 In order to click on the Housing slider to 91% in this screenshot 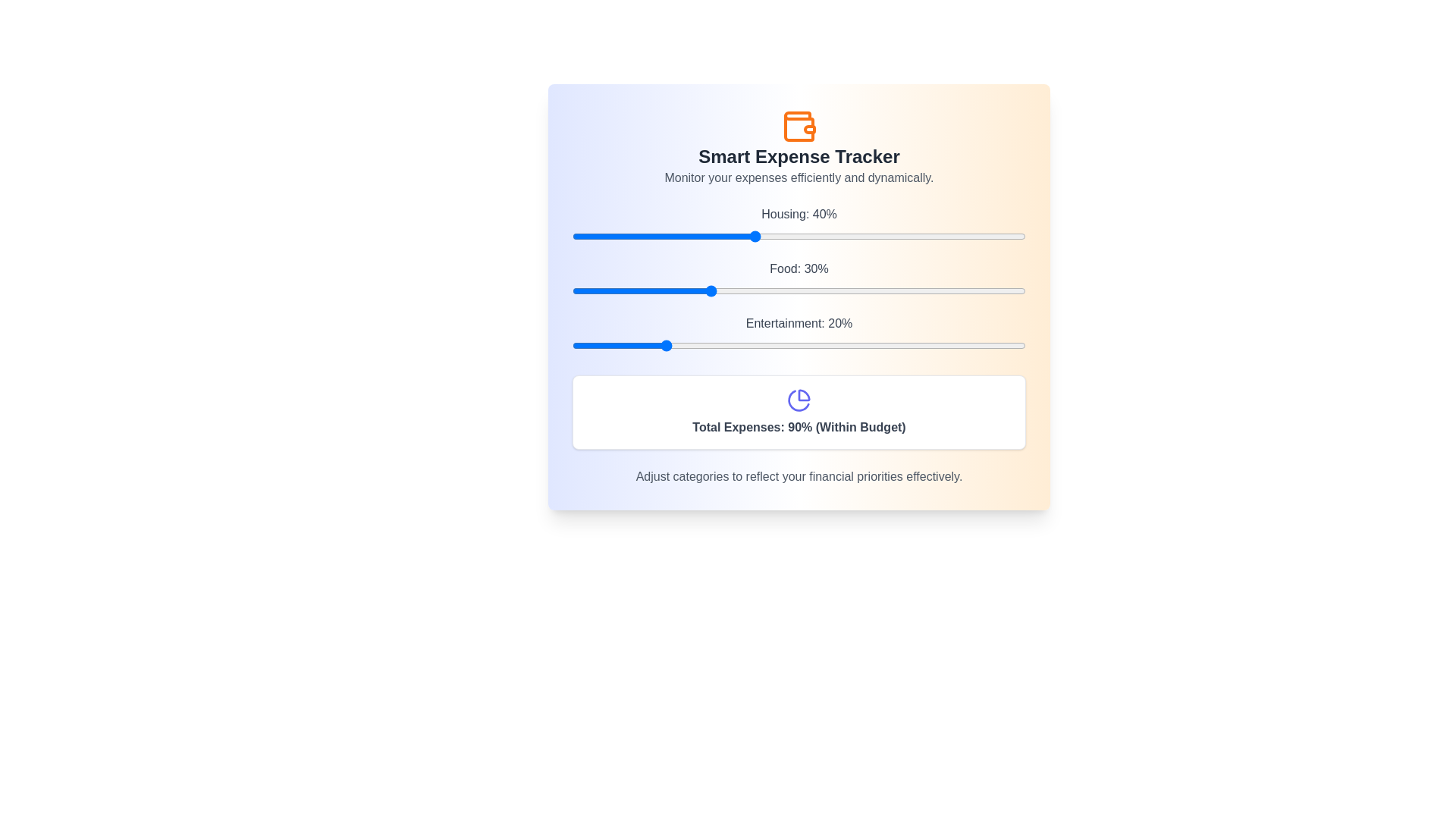, I will do `click(985, 237)`.